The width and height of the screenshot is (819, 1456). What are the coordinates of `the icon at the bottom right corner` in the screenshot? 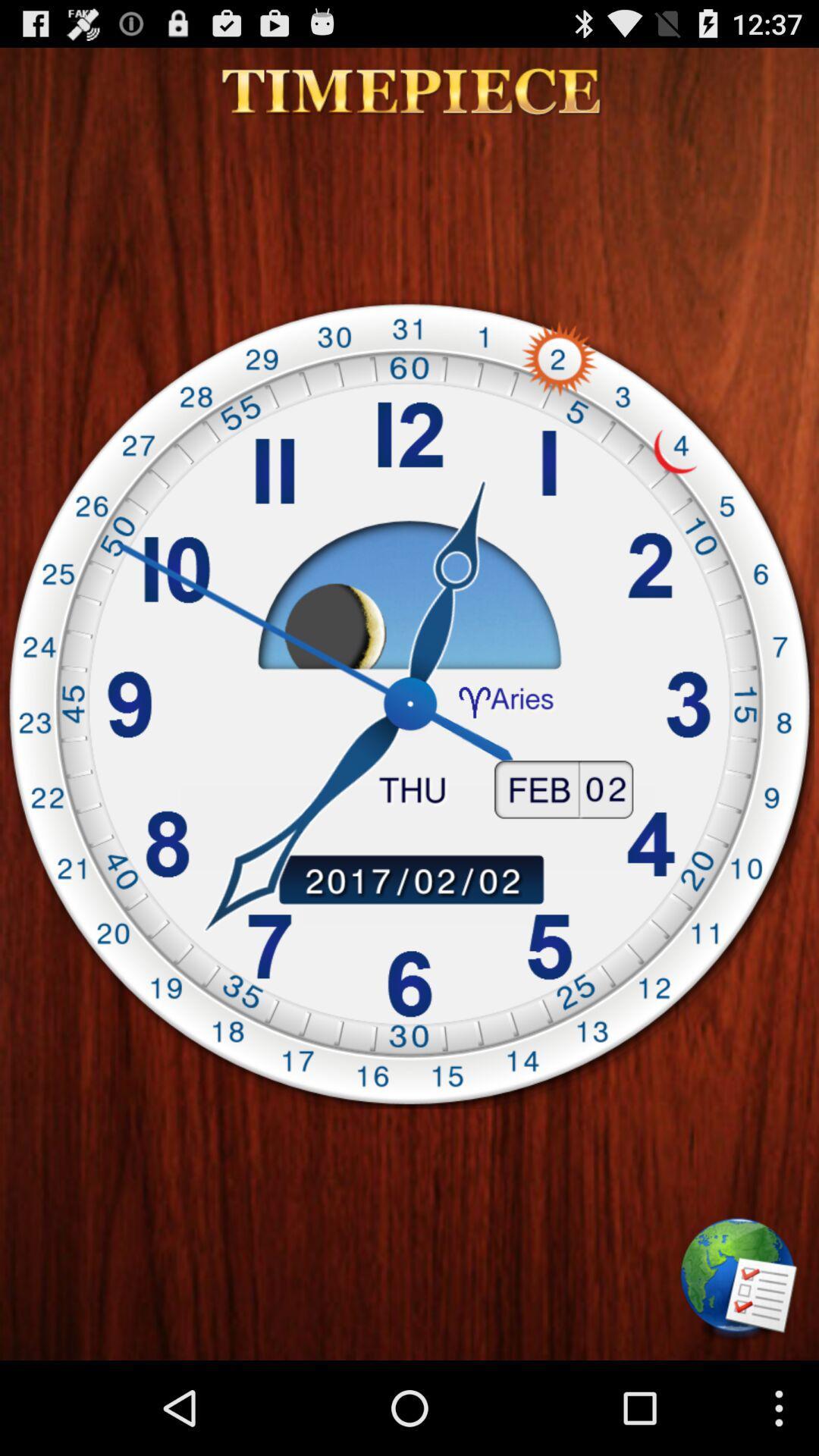 It's located at (739, 1280).